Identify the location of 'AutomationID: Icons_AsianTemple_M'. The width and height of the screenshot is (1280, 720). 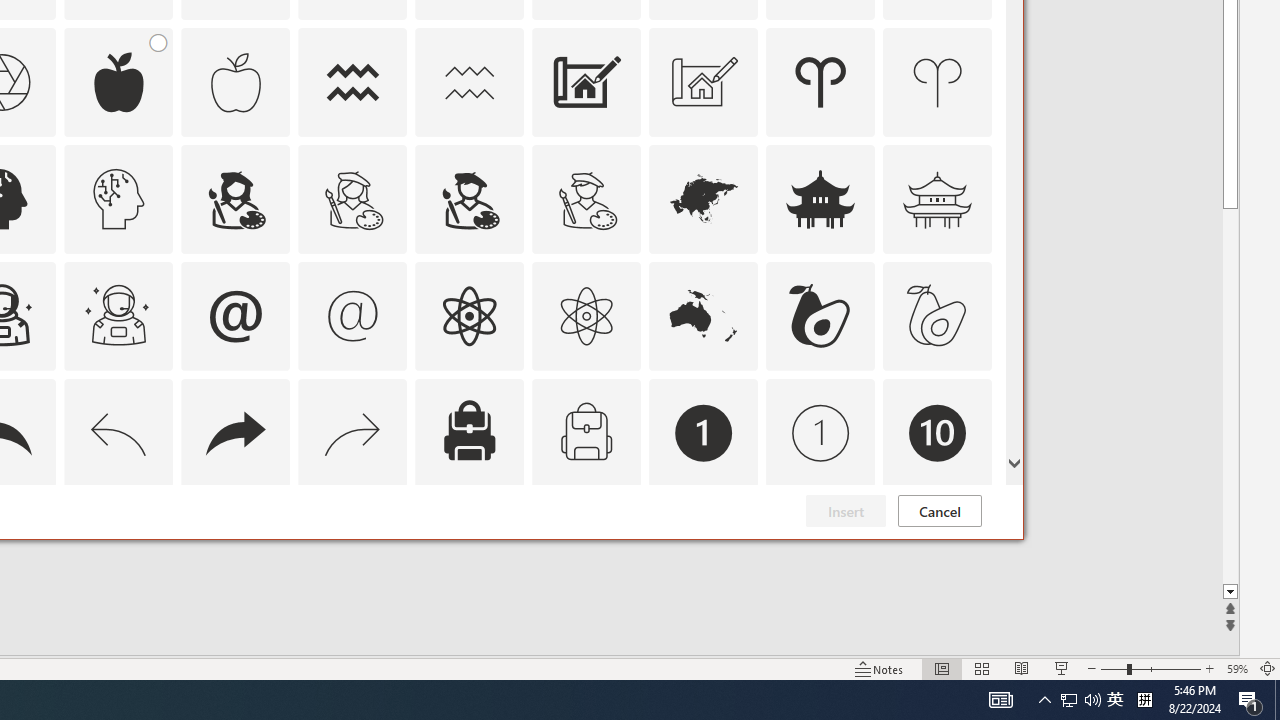
(937, 198).